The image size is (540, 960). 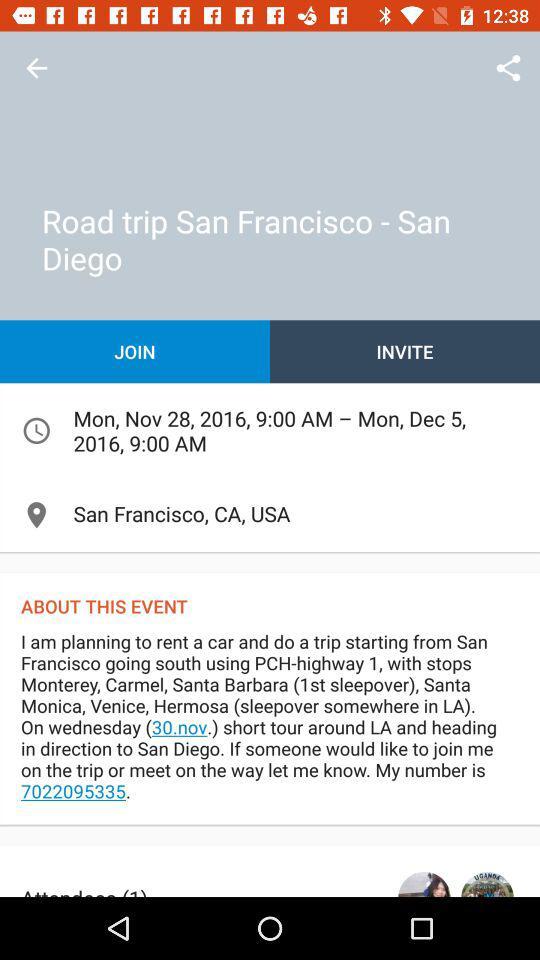 I want to click on item on the right, so click(x=405, y=351).